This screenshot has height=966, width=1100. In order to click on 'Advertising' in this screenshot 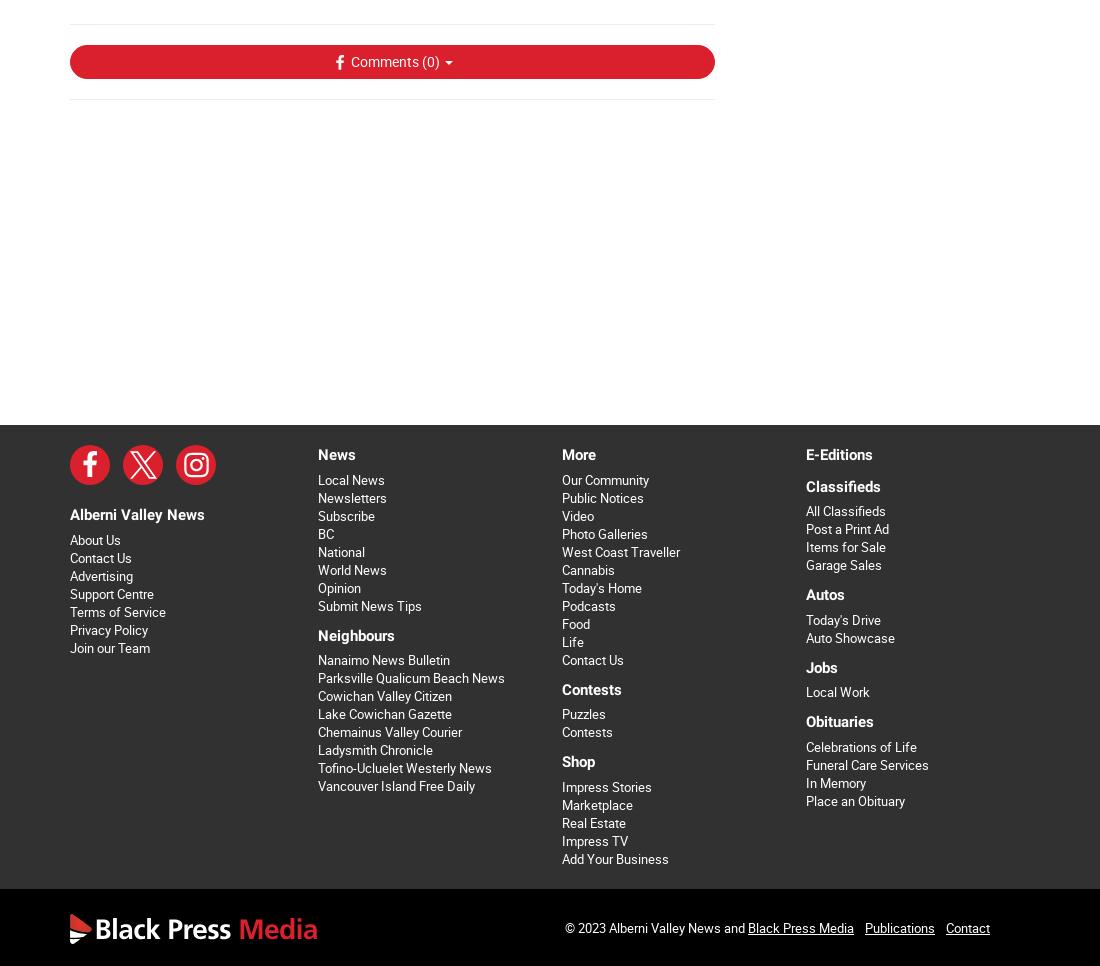, I will do `click(101, 574)`.